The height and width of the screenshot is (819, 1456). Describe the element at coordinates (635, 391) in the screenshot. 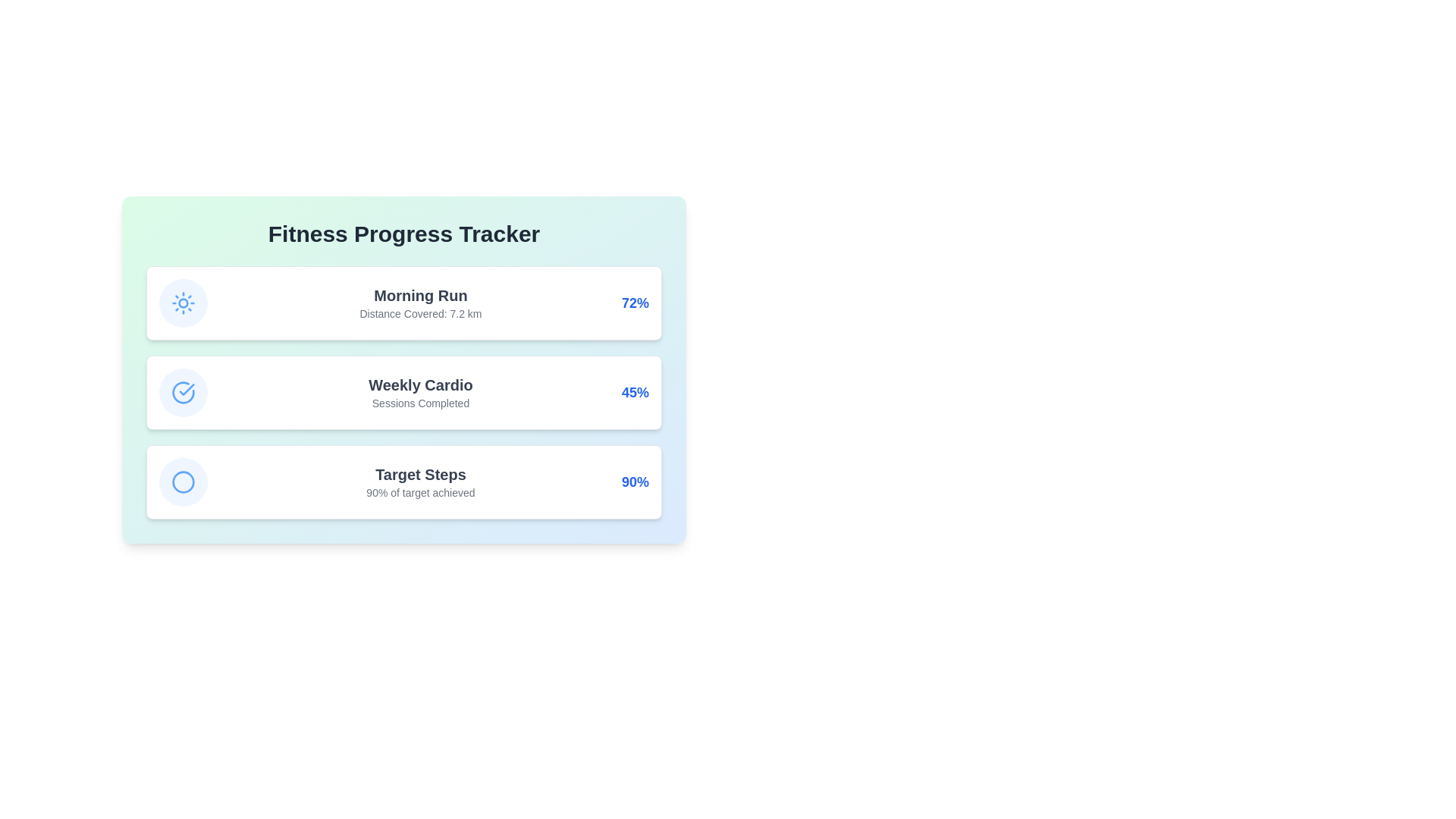

I see `the static text displaying the completion percentage for the 'Weekly Cardio' sessions, located on the rightmost side inside the 'Weekly Cardio' section adjacent to 'Sessions Completed'` at that location.